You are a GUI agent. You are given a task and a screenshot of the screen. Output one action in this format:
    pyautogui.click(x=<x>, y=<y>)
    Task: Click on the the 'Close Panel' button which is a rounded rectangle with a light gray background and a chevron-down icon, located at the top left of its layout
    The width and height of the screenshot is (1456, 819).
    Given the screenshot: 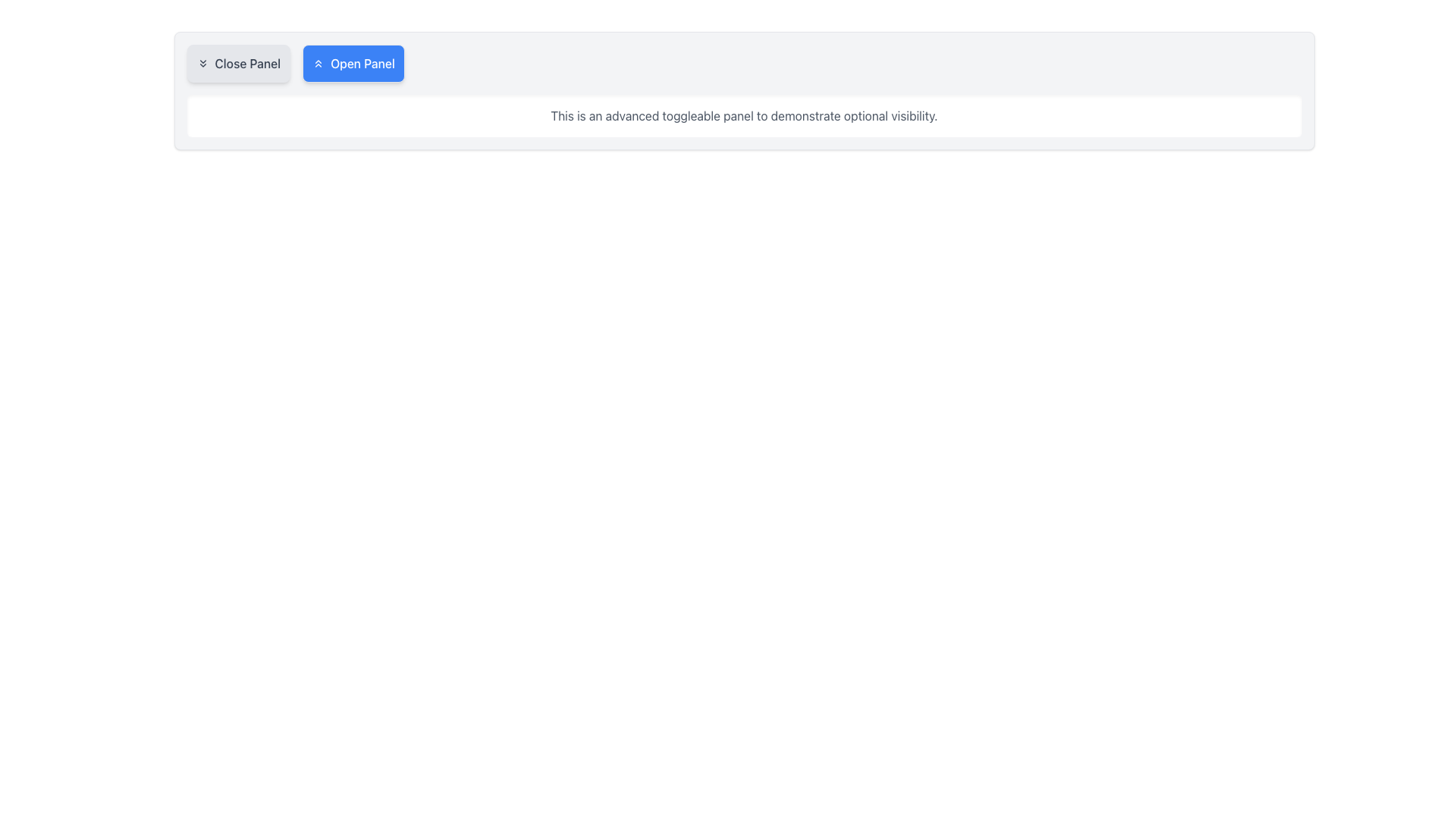 What is the action you would take?
    pyautogui.click(x=237, y=63)
    